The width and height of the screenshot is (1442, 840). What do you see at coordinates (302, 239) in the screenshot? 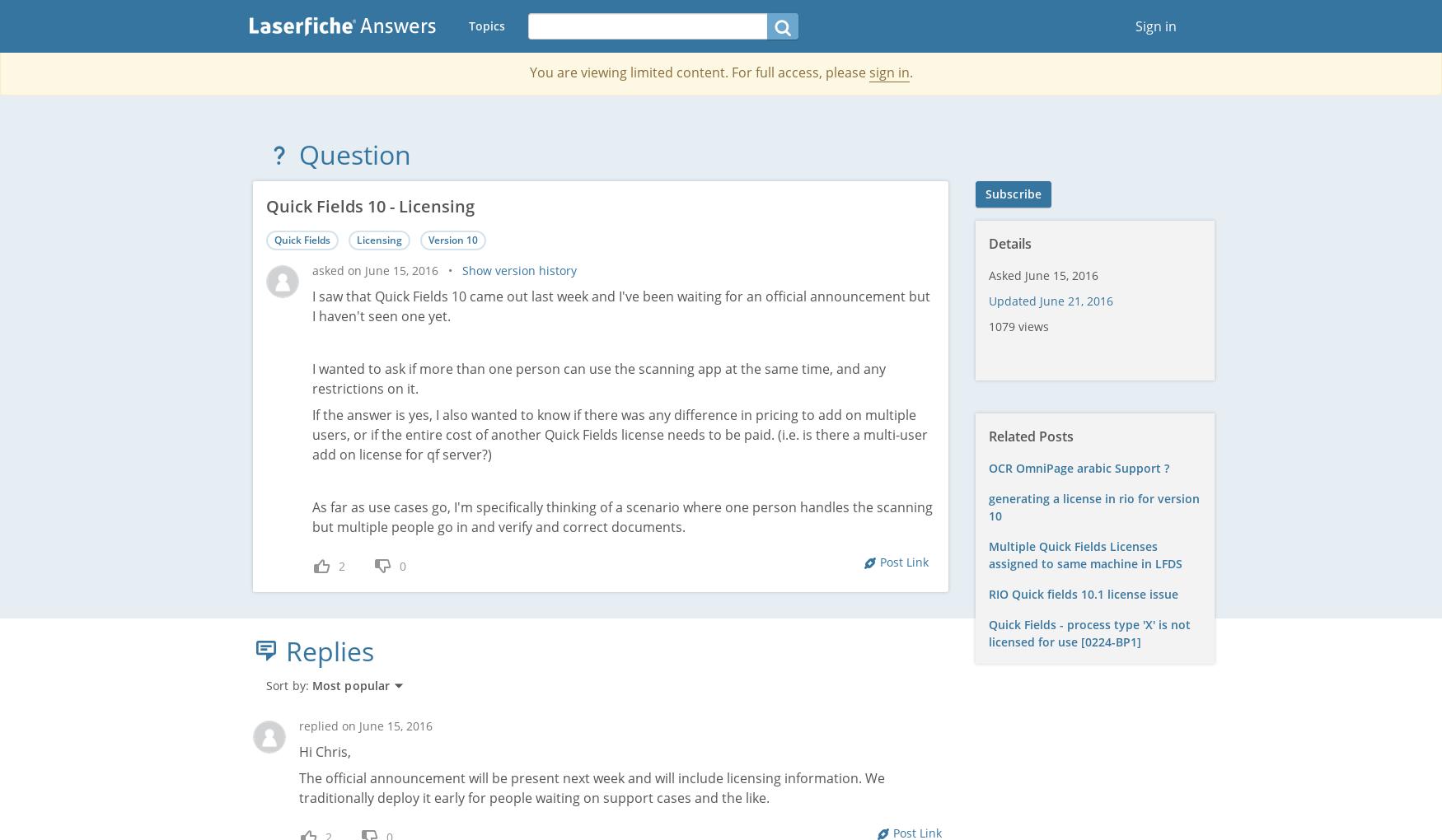
I see `'Quick Fields'` at bounding box center [302, 239].